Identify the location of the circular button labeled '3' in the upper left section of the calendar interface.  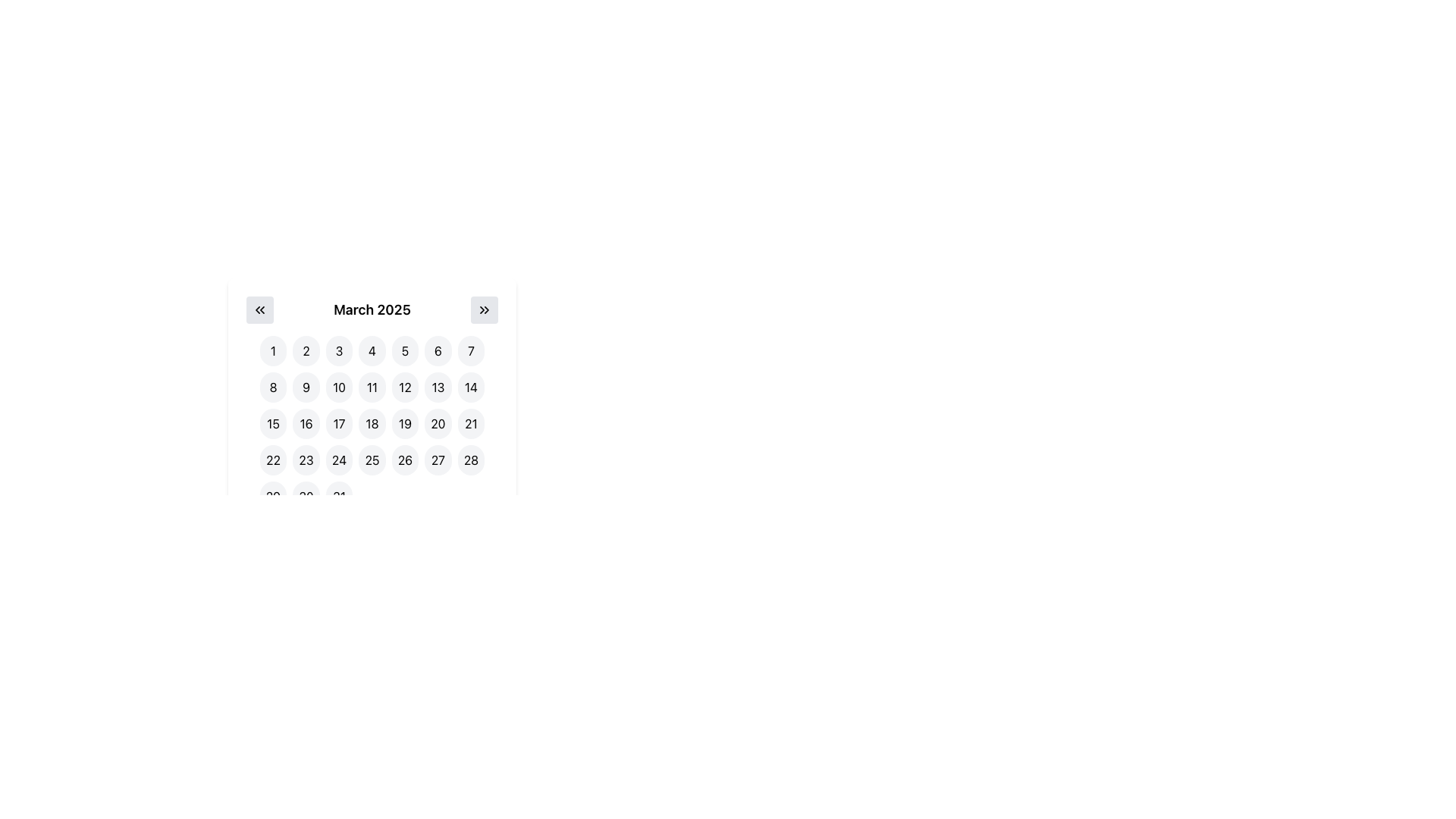
(338, 350).